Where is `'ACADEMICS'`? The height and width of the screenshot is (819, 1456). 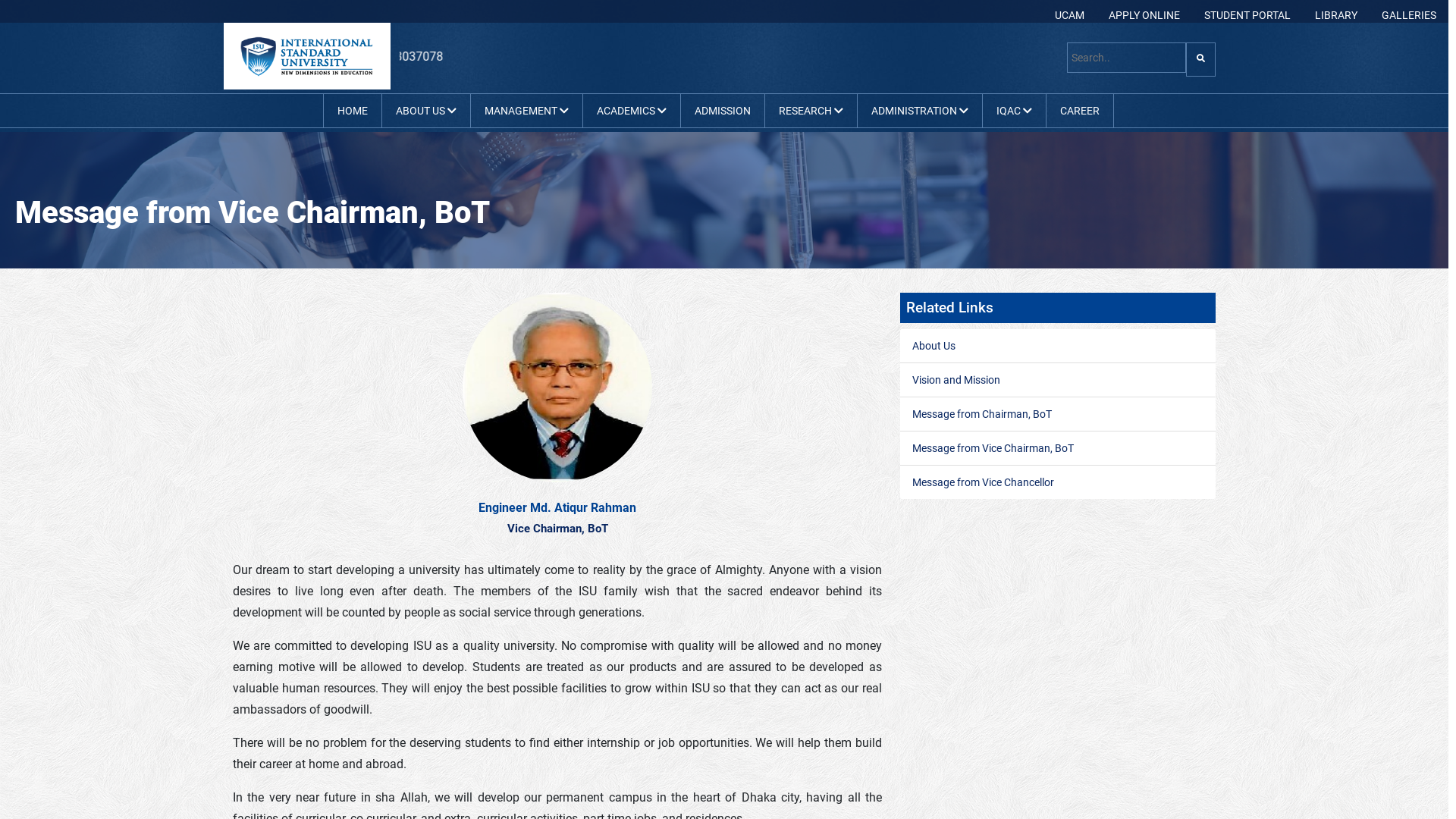
'ACADEMICS' is located at coordinates (630, 110).